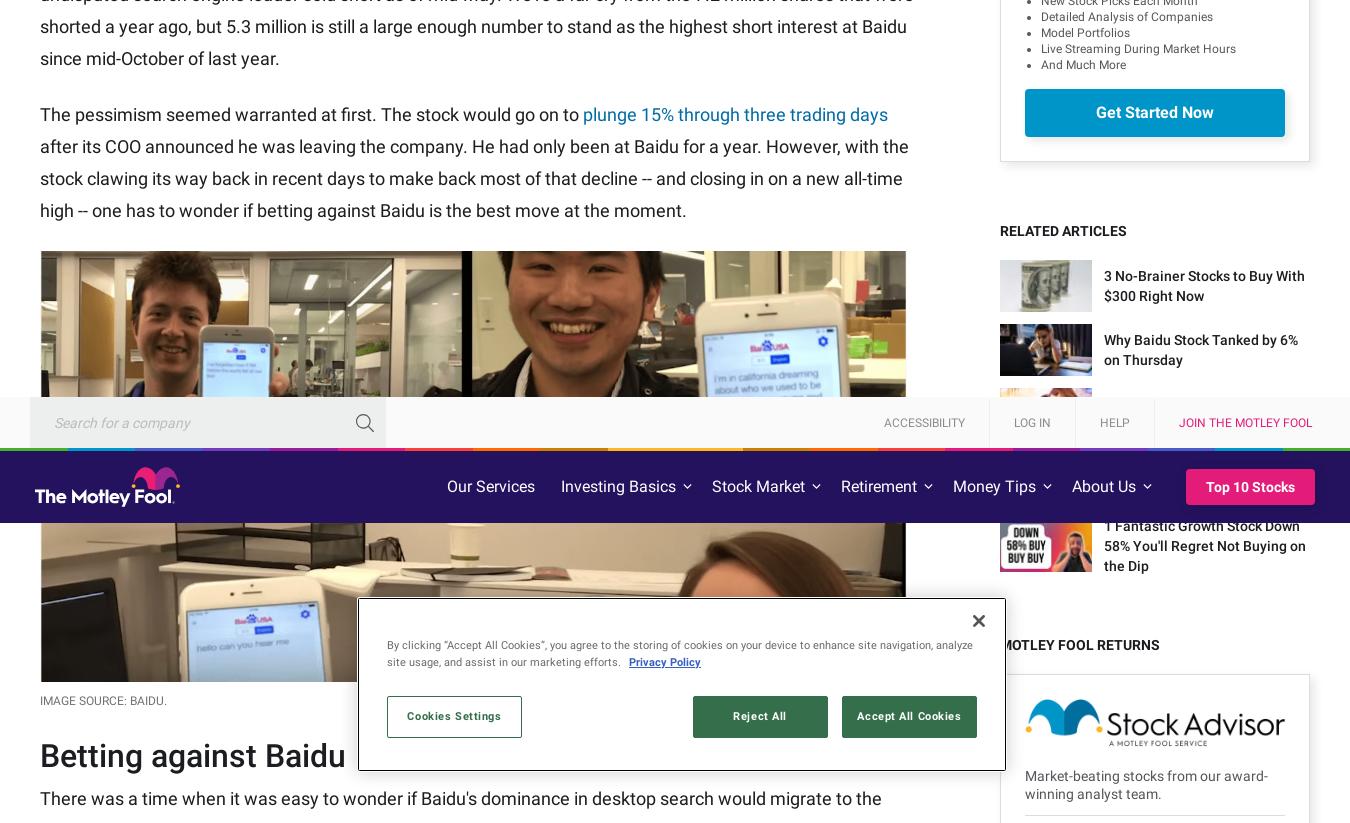 The width and height of the screenshot is (1350, 823). What do you see at coordinates (242, 756) in the screenshot?
I see `'Invest better with The Motley Fool. Get stock recommendations, portfolio guidance, and more from The Motley Fool's premium services.'` at bounding box center [242, 756].